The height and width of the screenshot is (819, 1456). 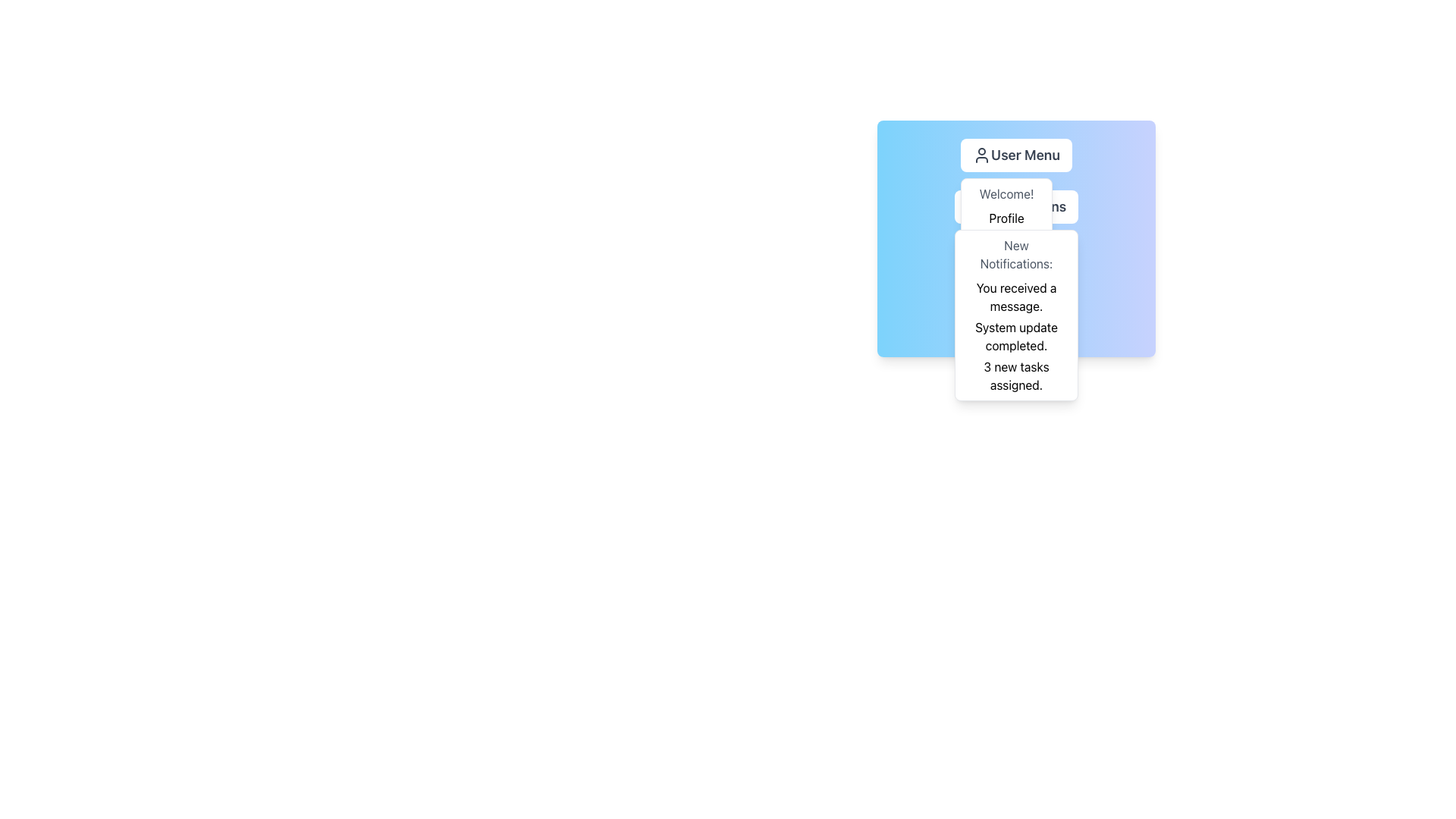 I want to click on the user icon, which is a circular head and semi-circular body styled in a stroke outline format, located to the left of the 'User Menu' label, so click(x=982, y=155).